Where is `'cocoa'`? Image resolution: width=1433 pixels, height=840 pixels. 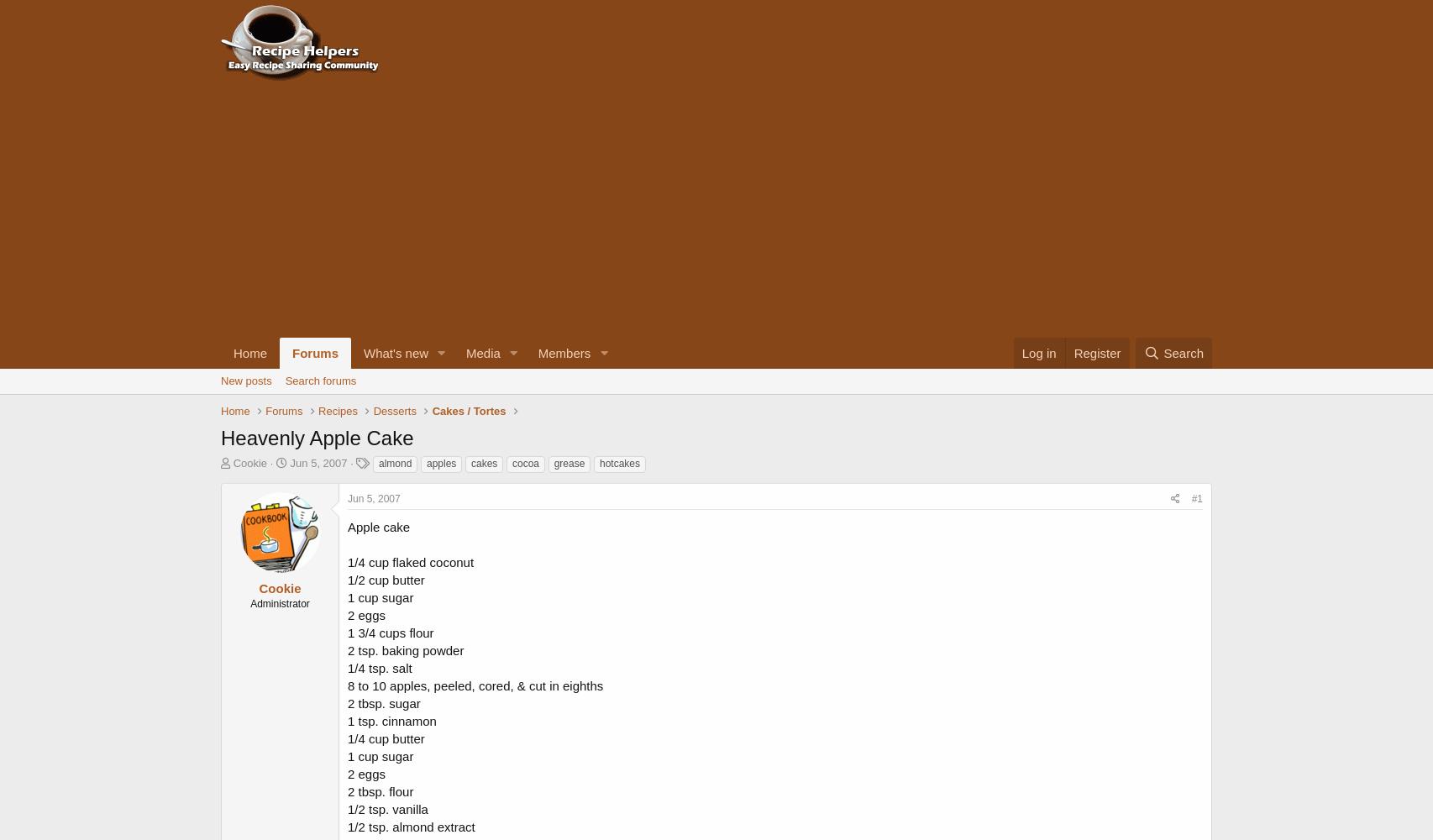 'cocoa' is located at coordinates (524, 464).